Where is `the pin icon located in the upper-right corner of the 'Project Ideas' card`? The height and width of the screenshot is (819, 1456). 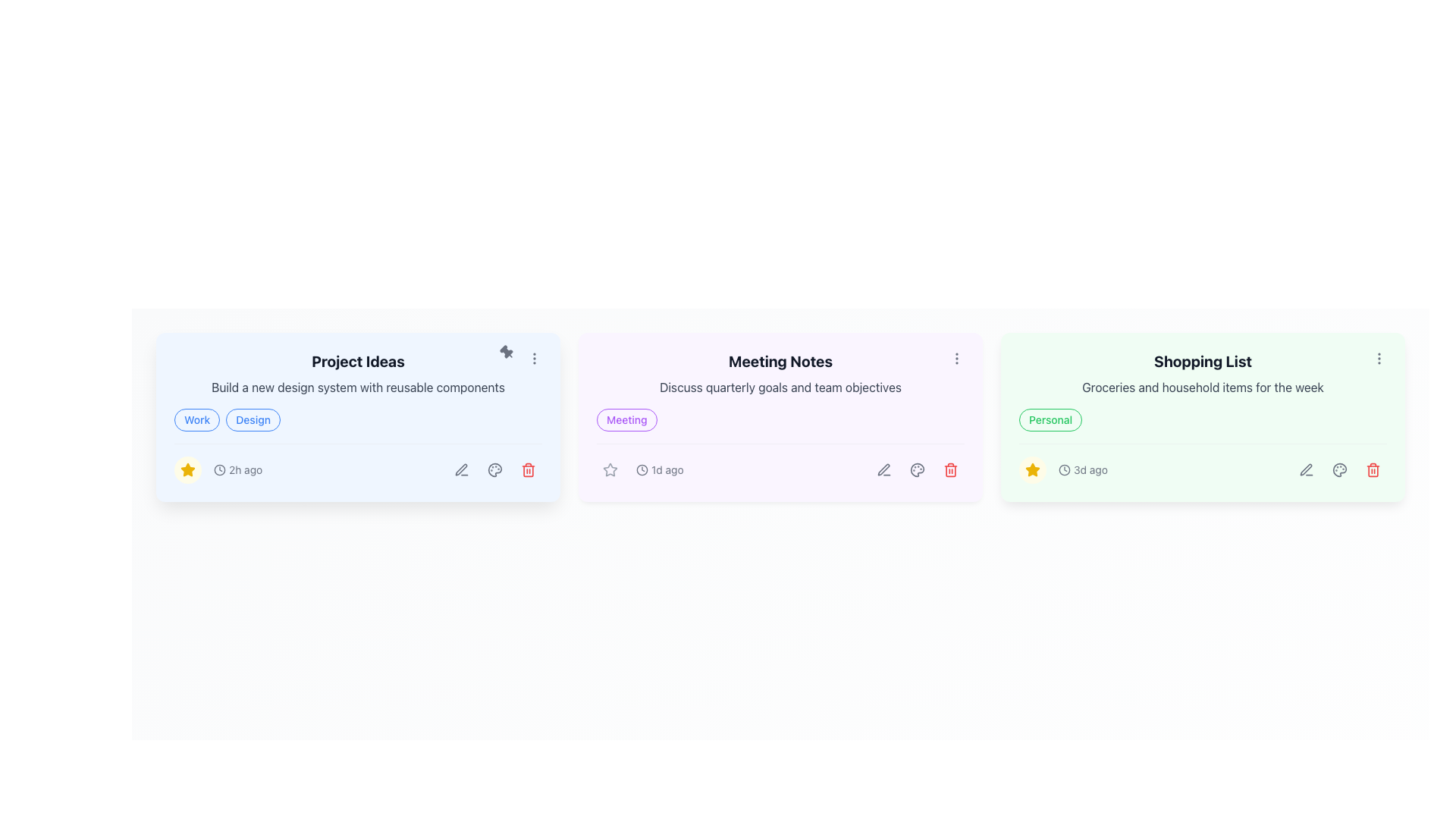 the pin icon located in the upper-right corner of the 'Project Ideas' card is located at coordinates (507, 353).